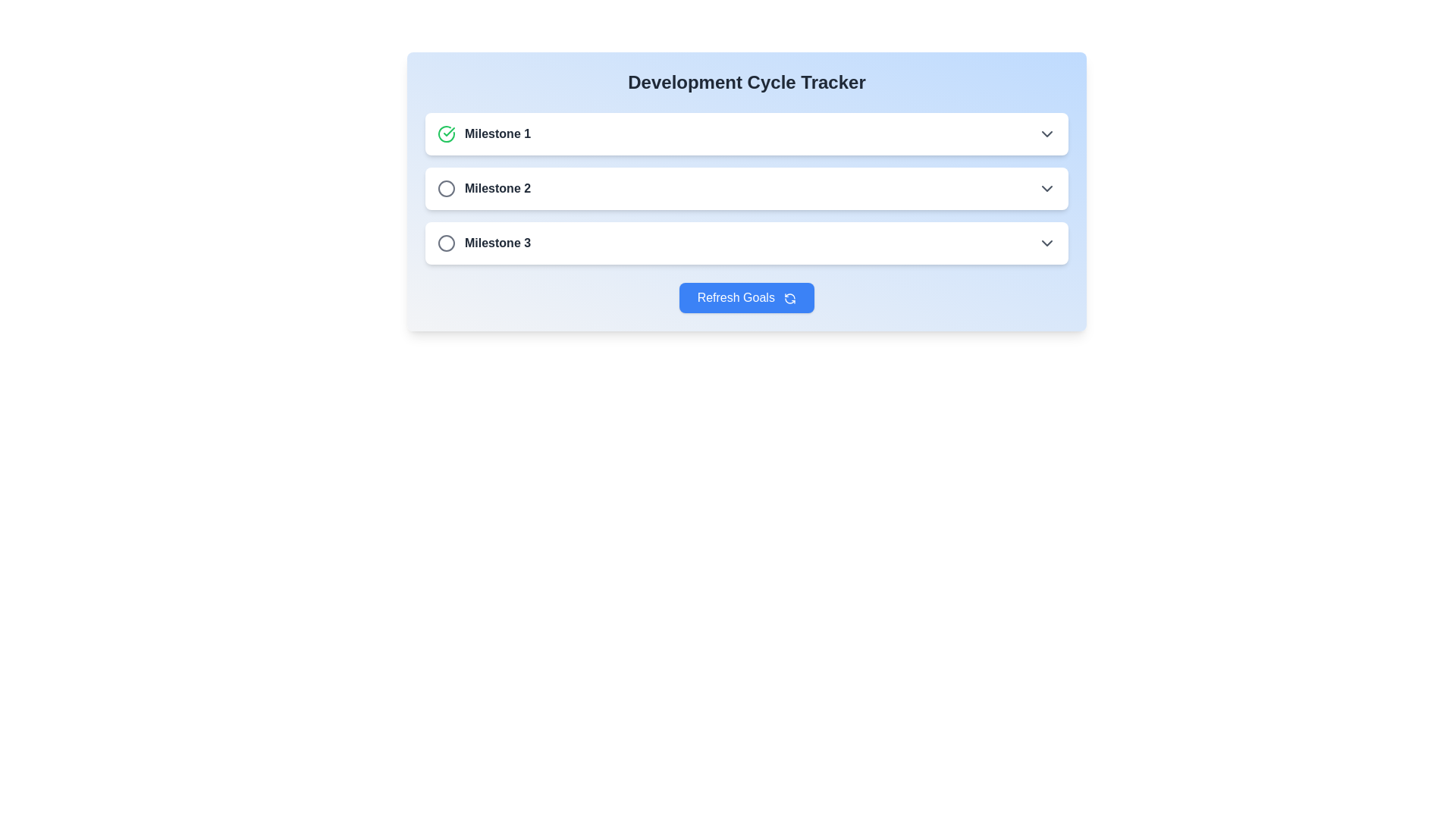 This screenshot has height=819, width=1456. Describe the element at coordinates (789, 298) in the screenshot. I see `the circular refresh icon located inside the 'Refresh Goals' button, which is positioned to the right of the text label` at that location.